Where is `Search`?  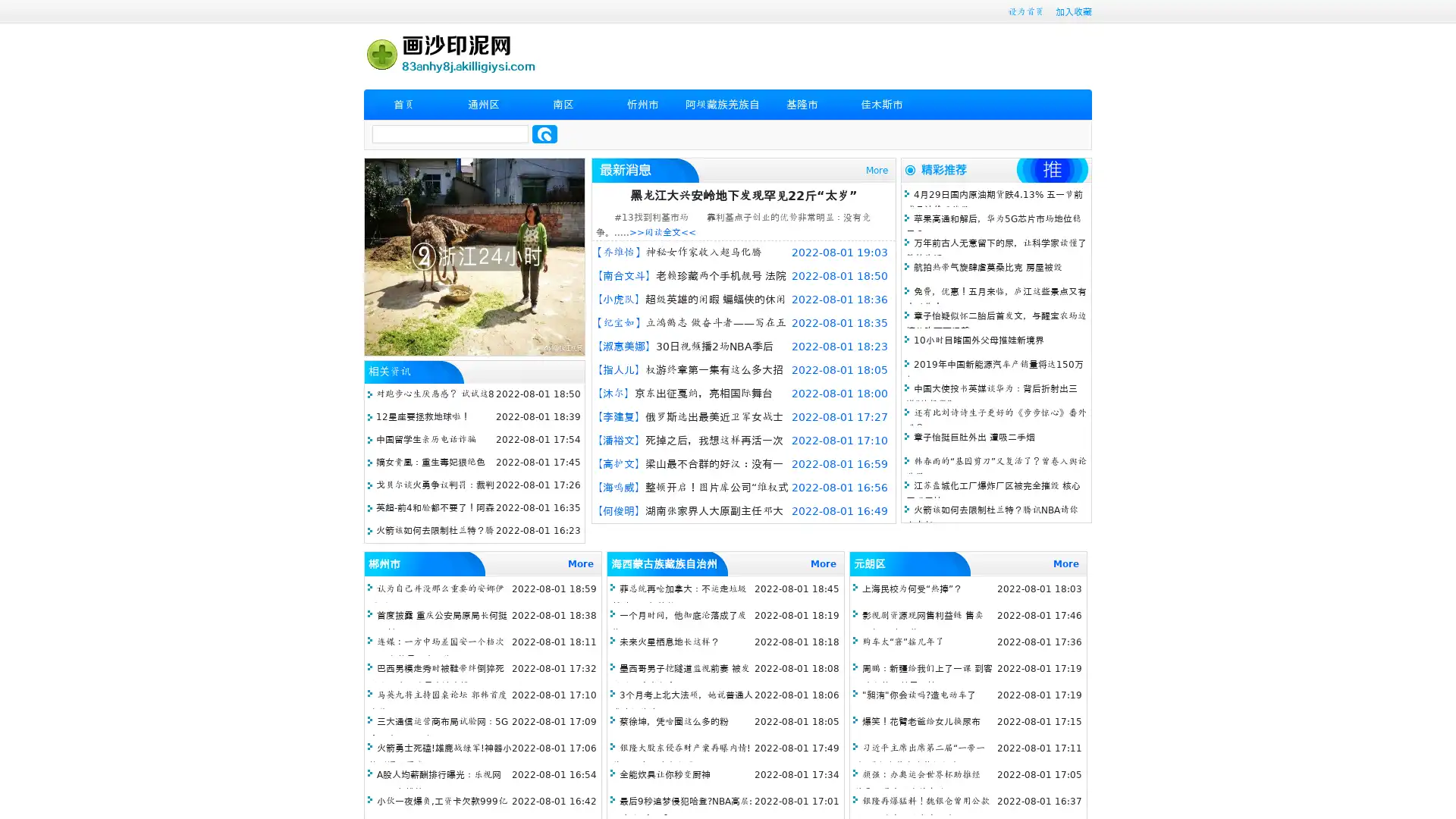
Search is located at coordinates (544, 133).